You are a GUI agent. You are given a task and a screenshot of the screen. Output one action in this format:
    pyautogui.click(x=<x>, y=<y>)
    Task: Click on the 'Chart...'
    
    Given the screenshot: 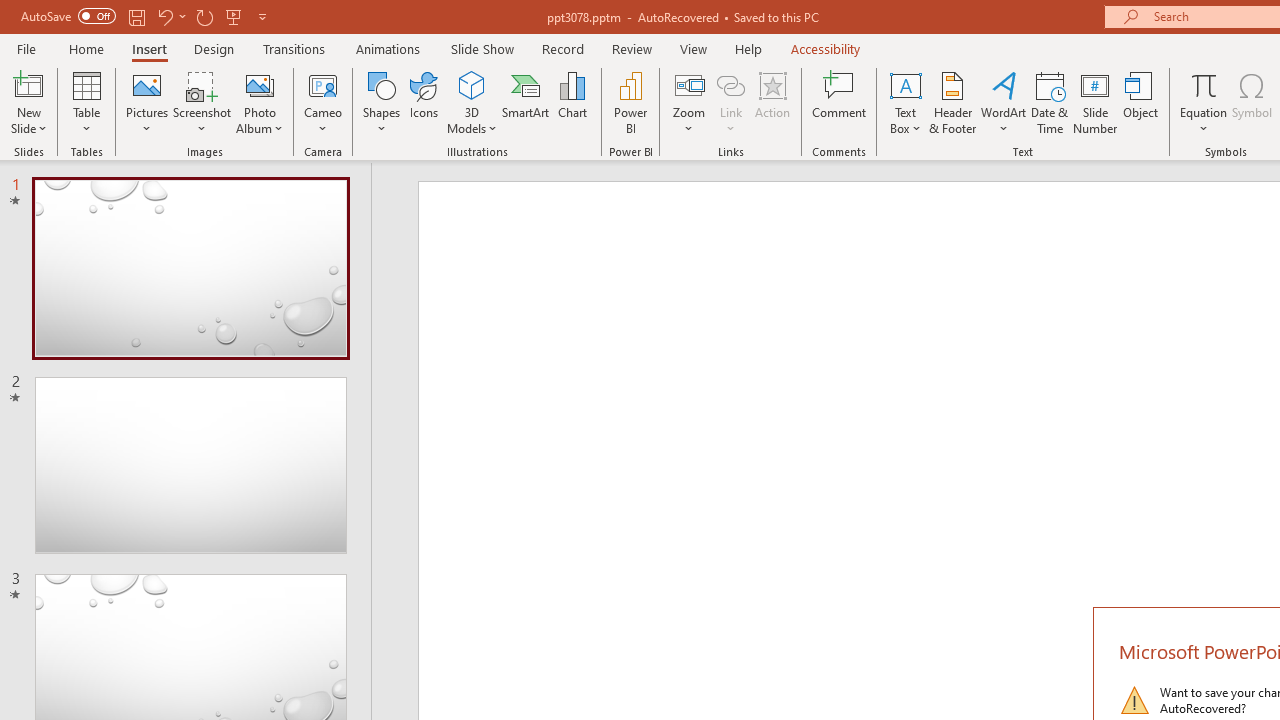 What is the action you would take?
    pyautogui.click(x=571, y=103)
    